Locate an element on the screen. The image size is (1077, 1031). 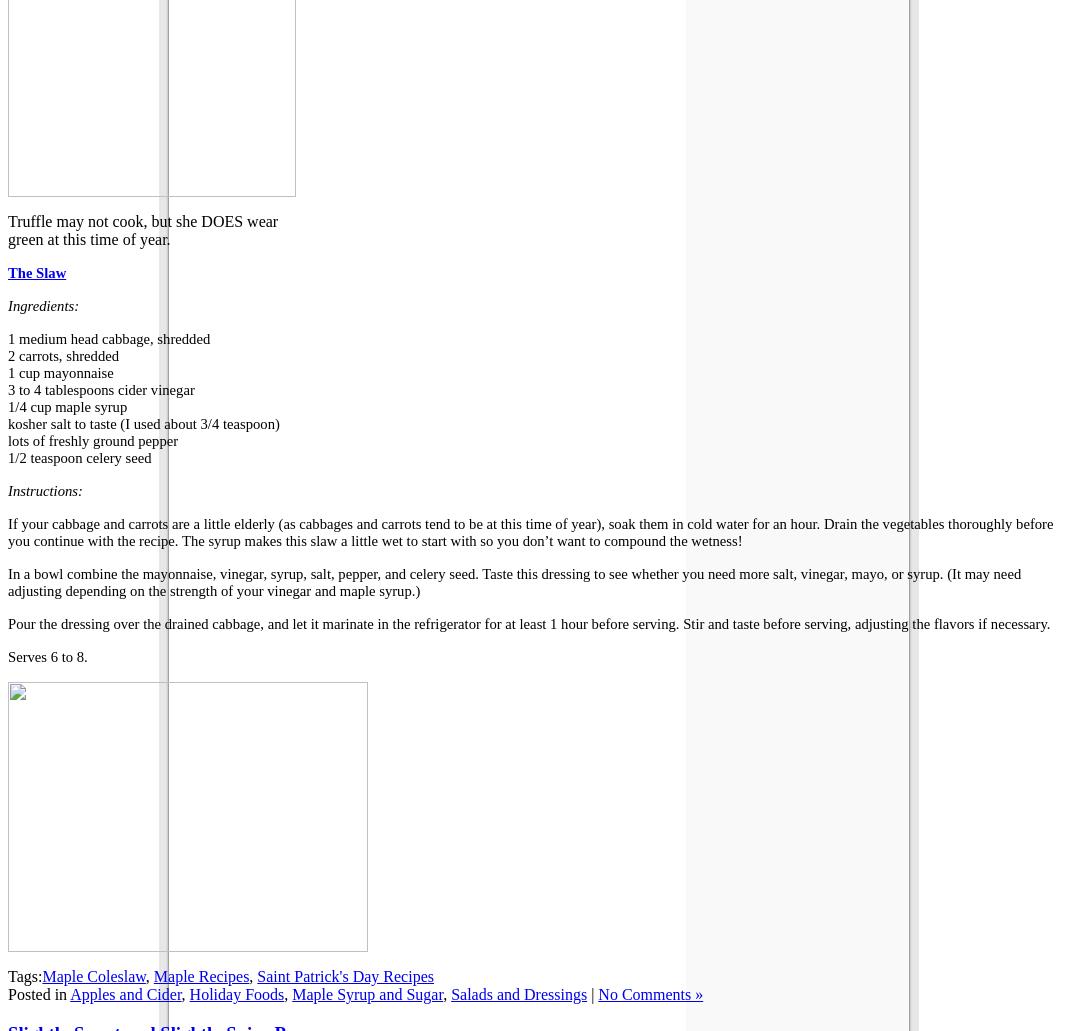
'Salads and Dressings' is located at coordinates (450, 993).